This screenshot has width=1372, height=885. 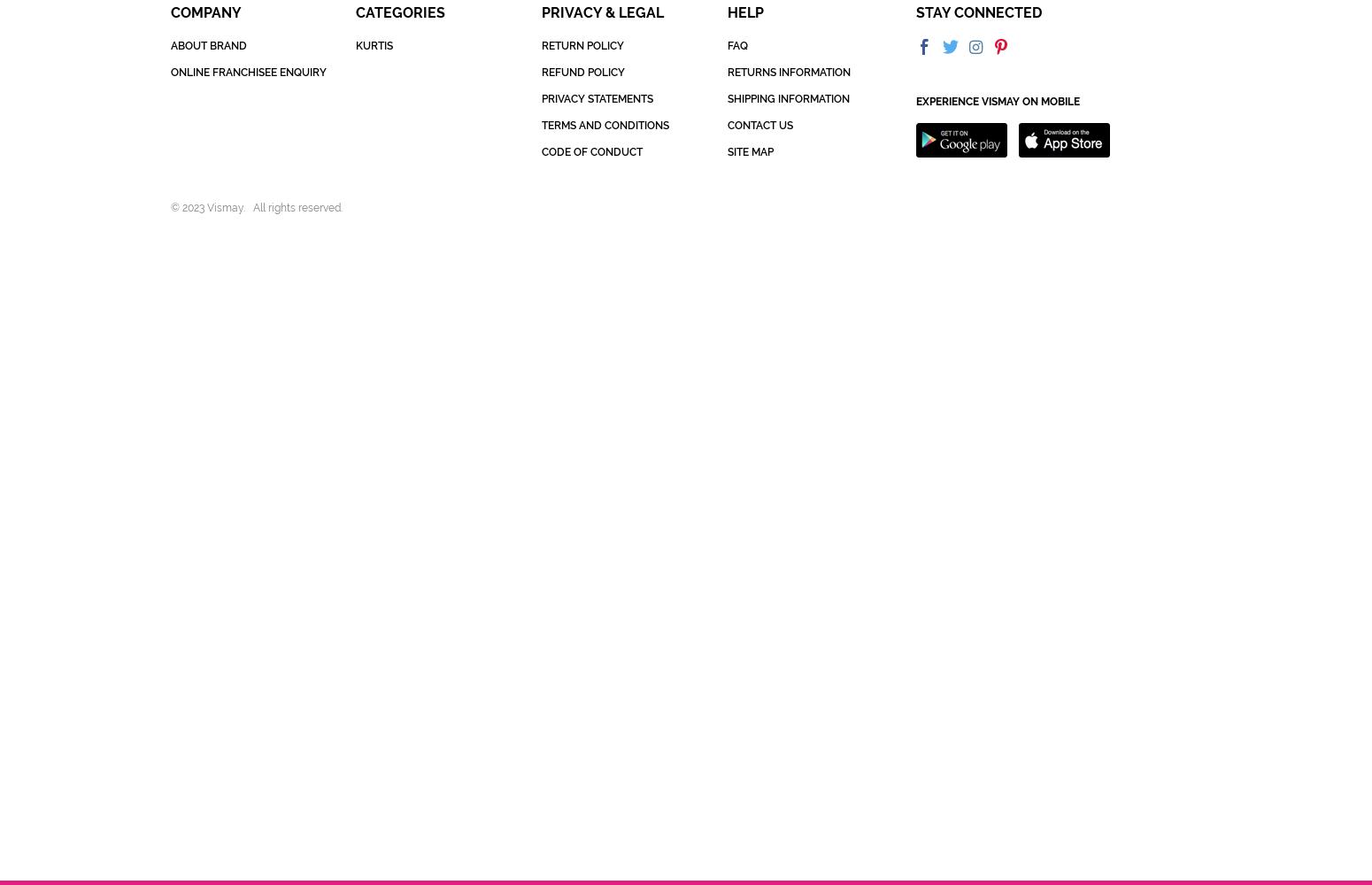 What do you see at coordinates (759, 126) in the screenshot?
I see `'CONTACT US'` at bounding box center [759, 126].